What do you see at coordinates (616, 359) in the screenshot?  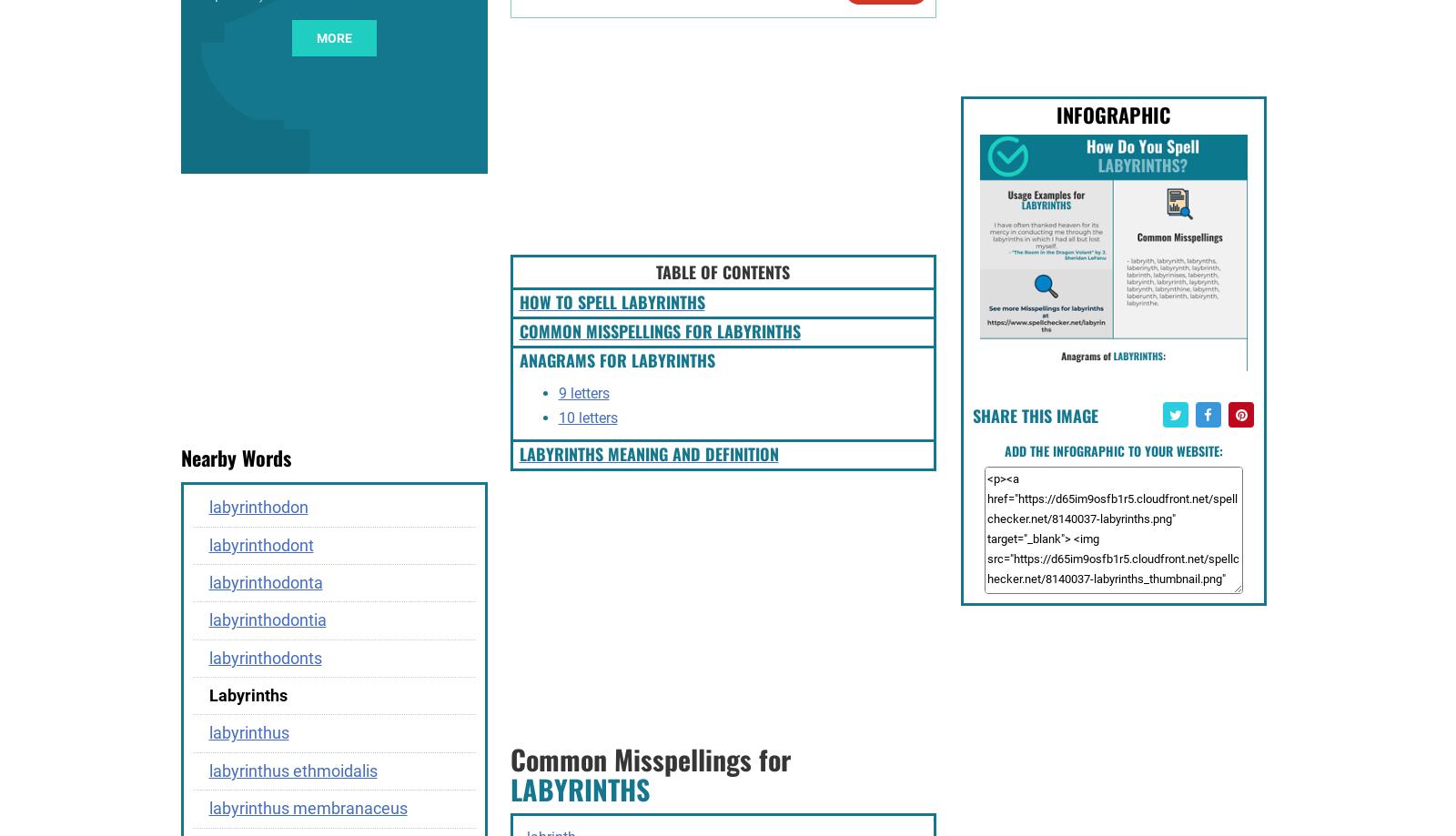 I see `'Anagrams for Labyrinths'` at bounding box center [616, 359].